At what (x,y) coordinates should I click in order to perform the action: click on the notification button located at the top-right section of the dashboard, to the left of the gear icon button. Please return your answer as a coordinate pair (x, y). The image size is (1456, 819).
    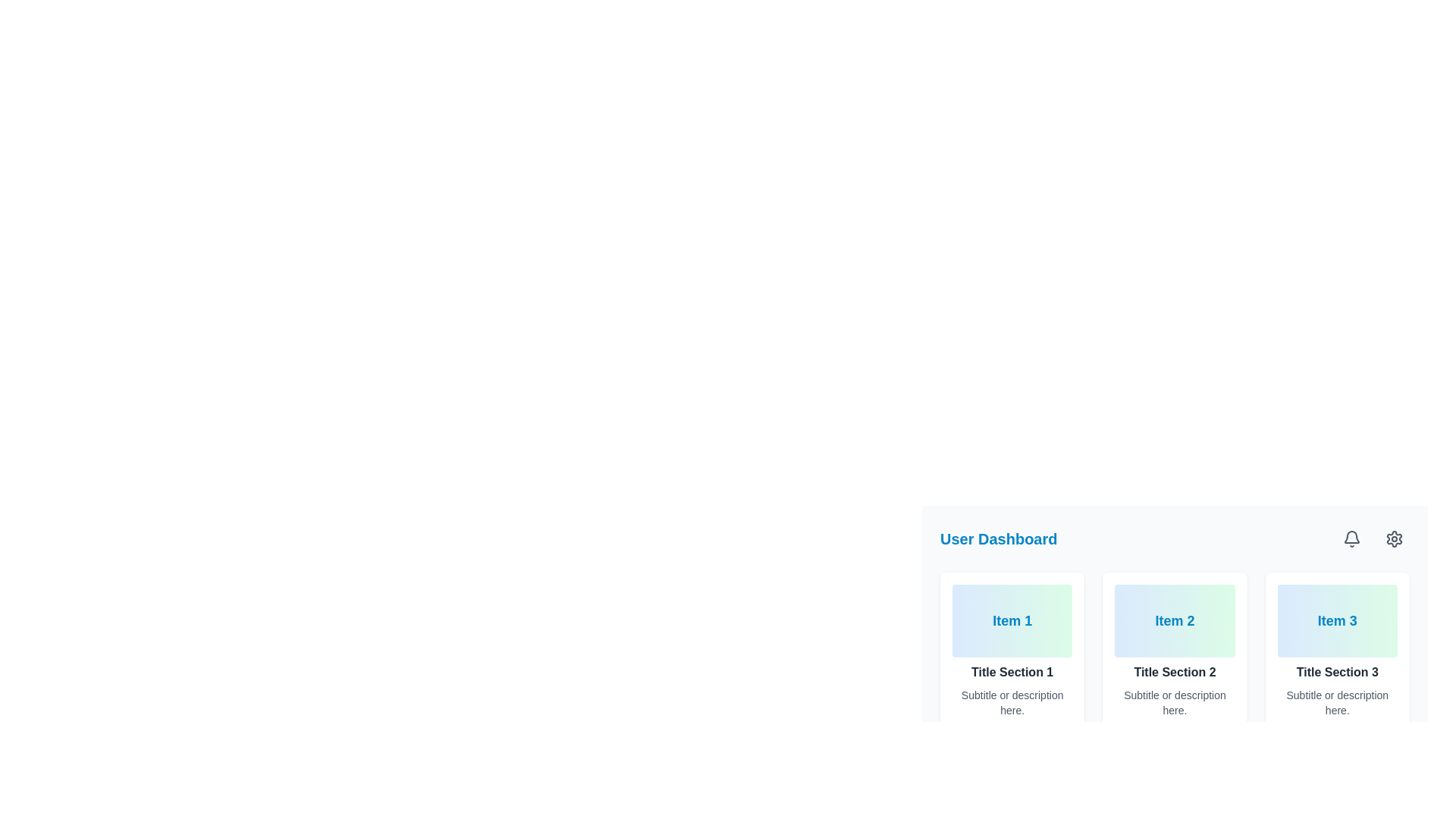
    Looking at the image, I should click on (1351, 538).